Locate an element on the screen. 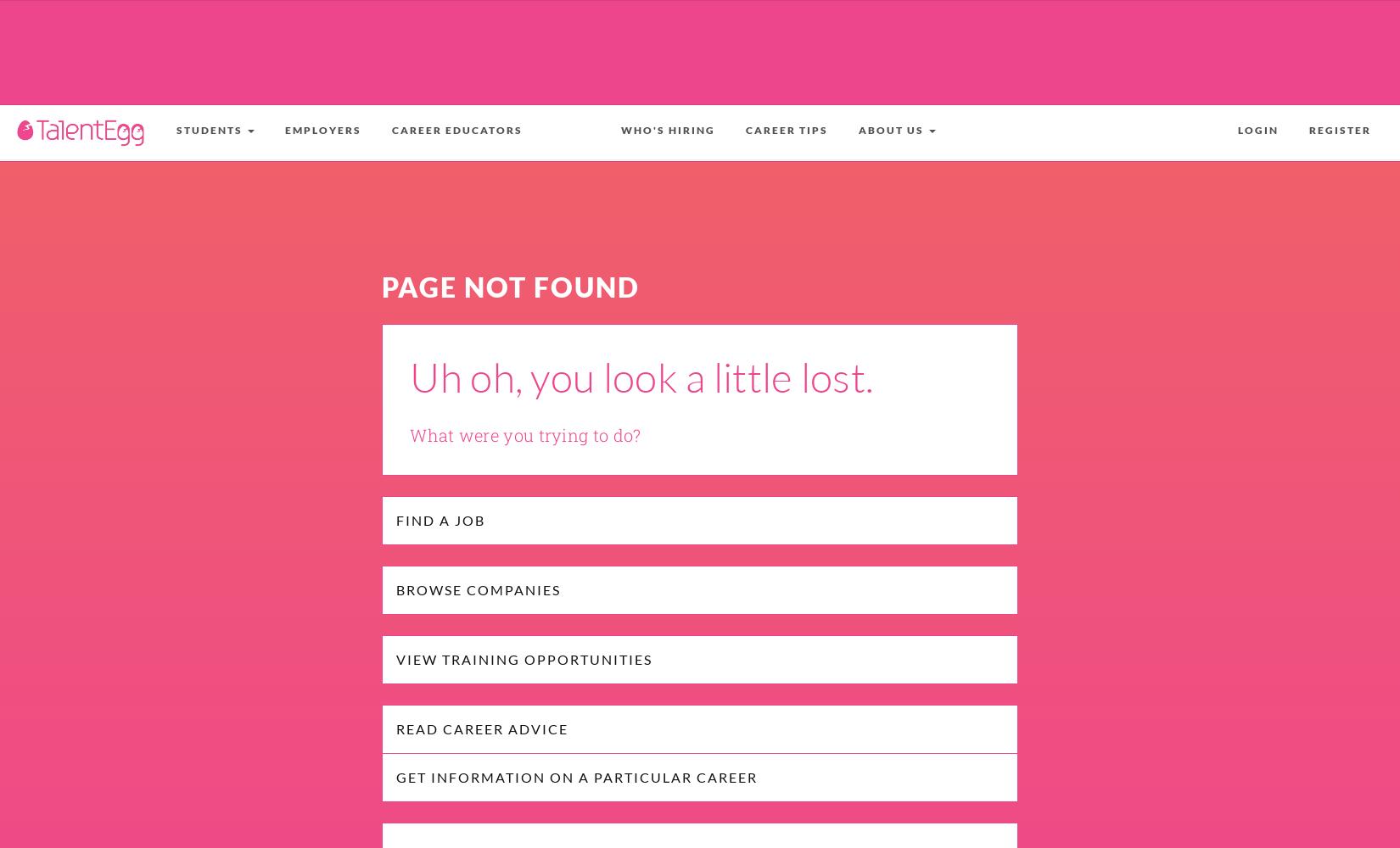  'Career Tips' is located at coordinates (787, 130).